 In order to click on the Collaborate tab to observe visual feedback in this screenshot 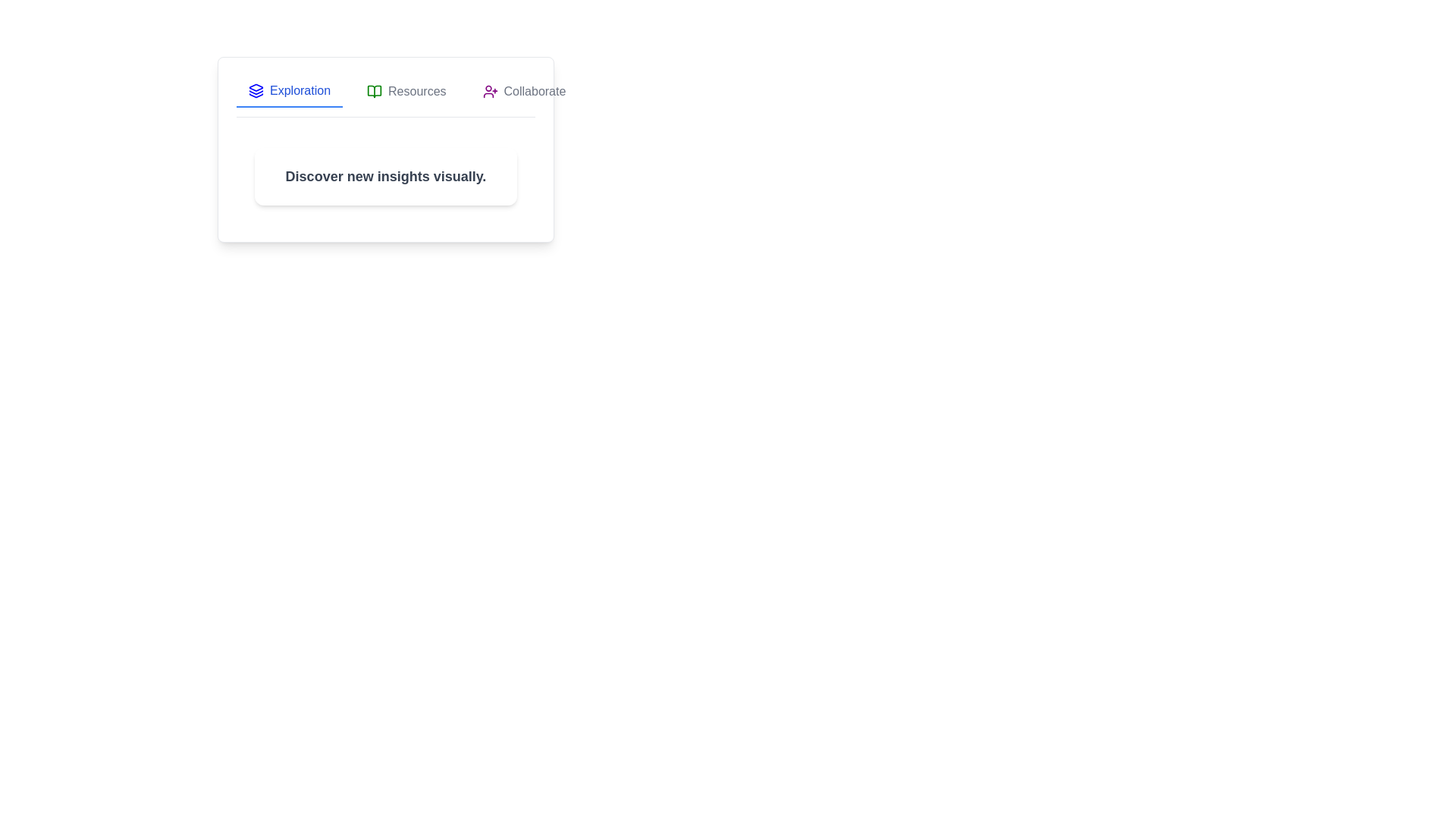, I will do `click(524, 91)`.